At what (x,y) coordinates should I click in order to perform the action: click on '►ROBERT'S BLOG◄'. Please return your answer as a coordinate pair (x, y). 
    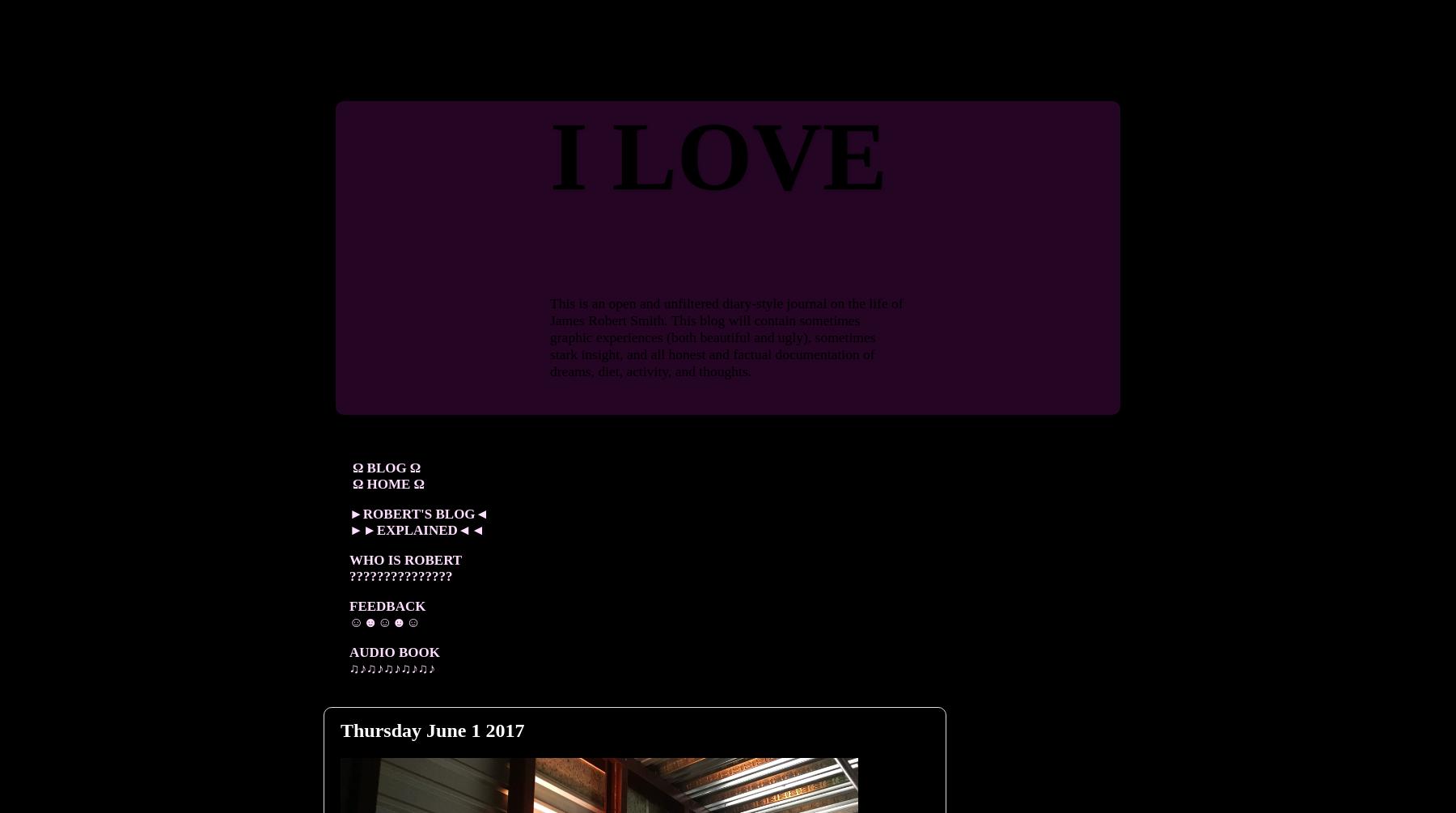
    Looking at the image, I should click on (418, 512).